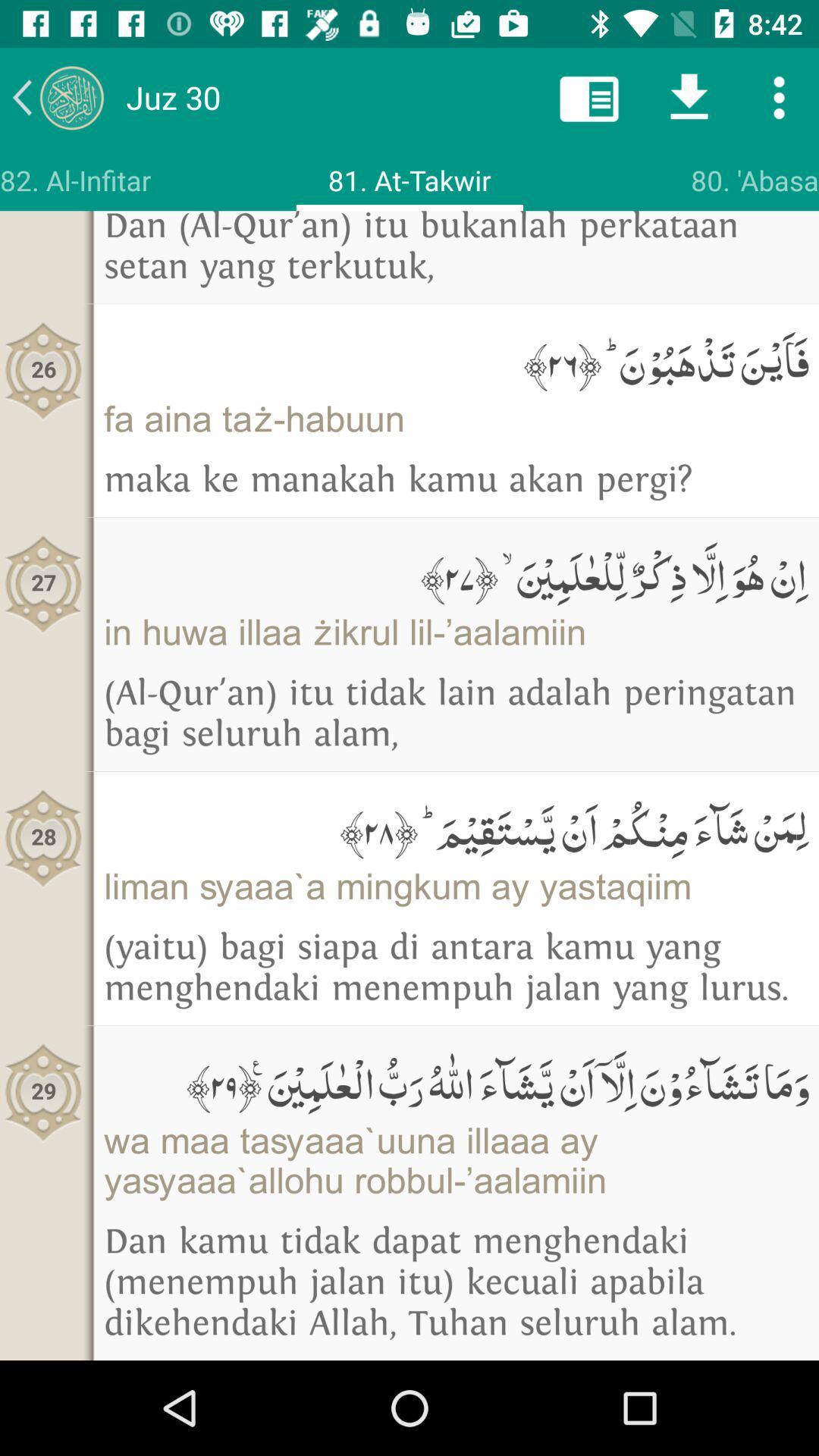 This screenshot has height=1456, width=819. I want to click on the item above the wa maa tasaaa, so click(455, 1081).